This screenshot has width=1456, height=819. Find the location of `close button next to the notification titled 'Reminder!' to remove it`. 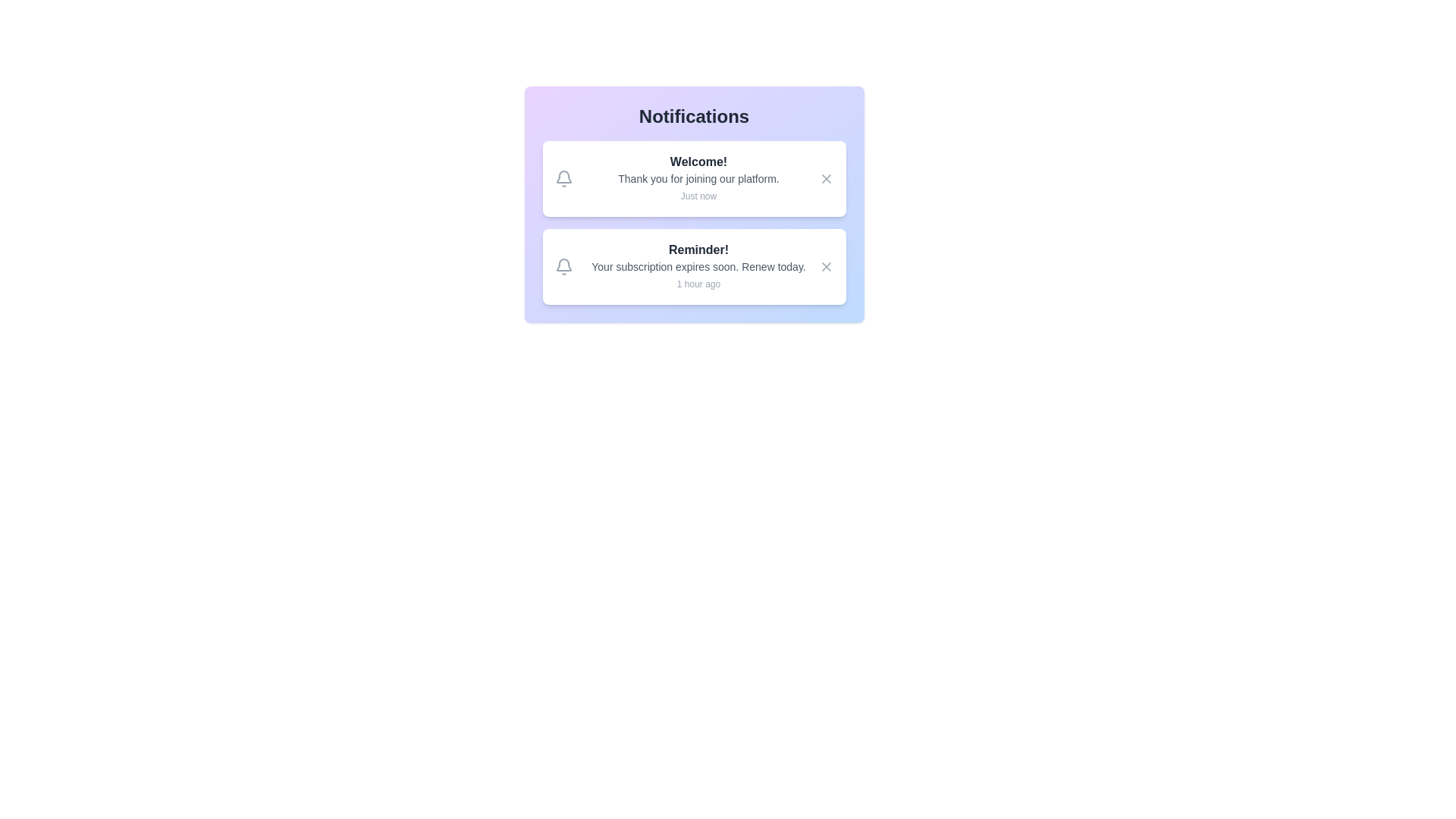

close button next to the notification titled 'Reminder!' to remove it is located at coordinates (825, 265).